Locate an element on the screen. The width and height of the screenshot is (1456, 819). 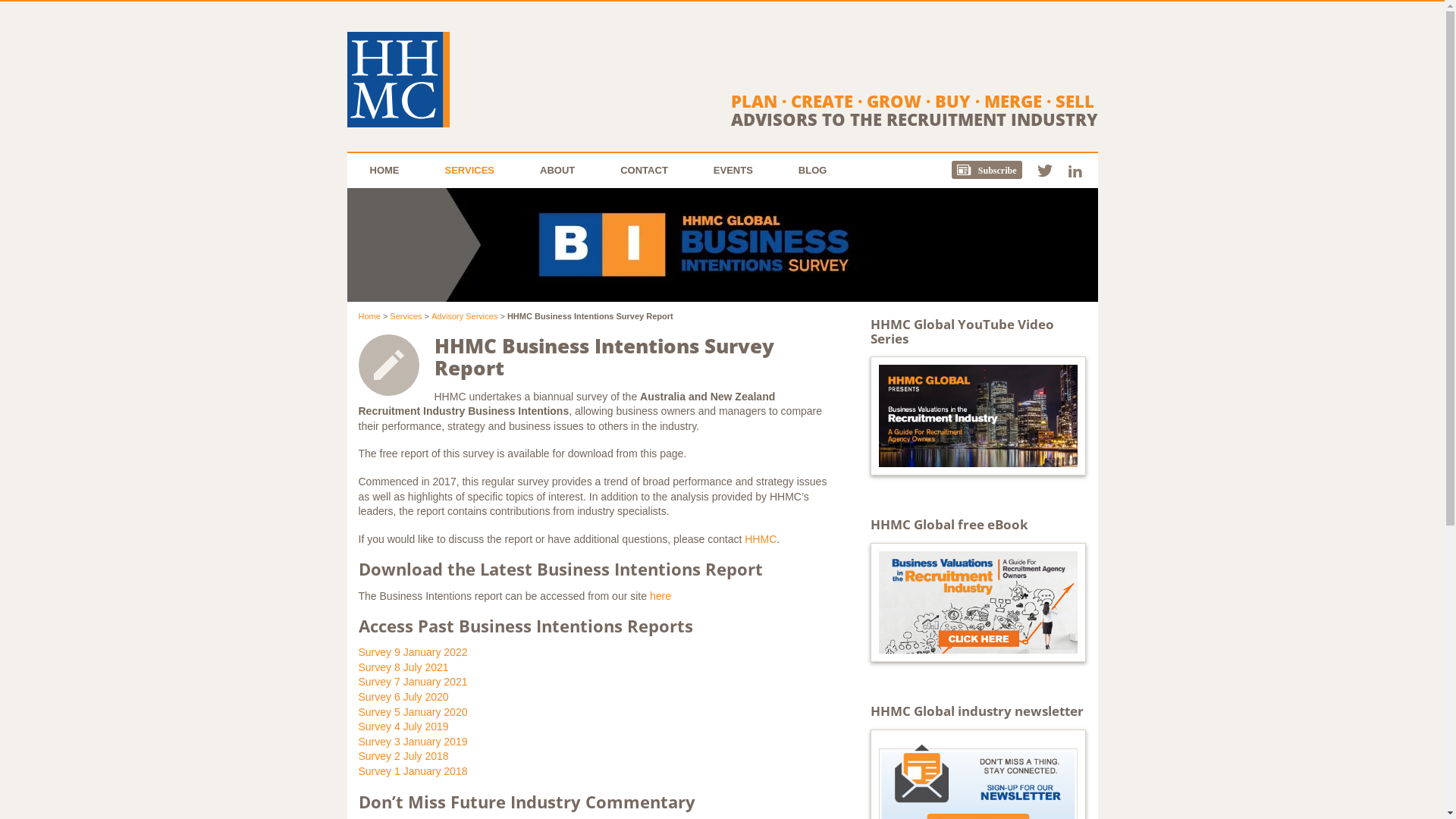
'Survey 9 January 2022' is located at coordinates (412, 651).